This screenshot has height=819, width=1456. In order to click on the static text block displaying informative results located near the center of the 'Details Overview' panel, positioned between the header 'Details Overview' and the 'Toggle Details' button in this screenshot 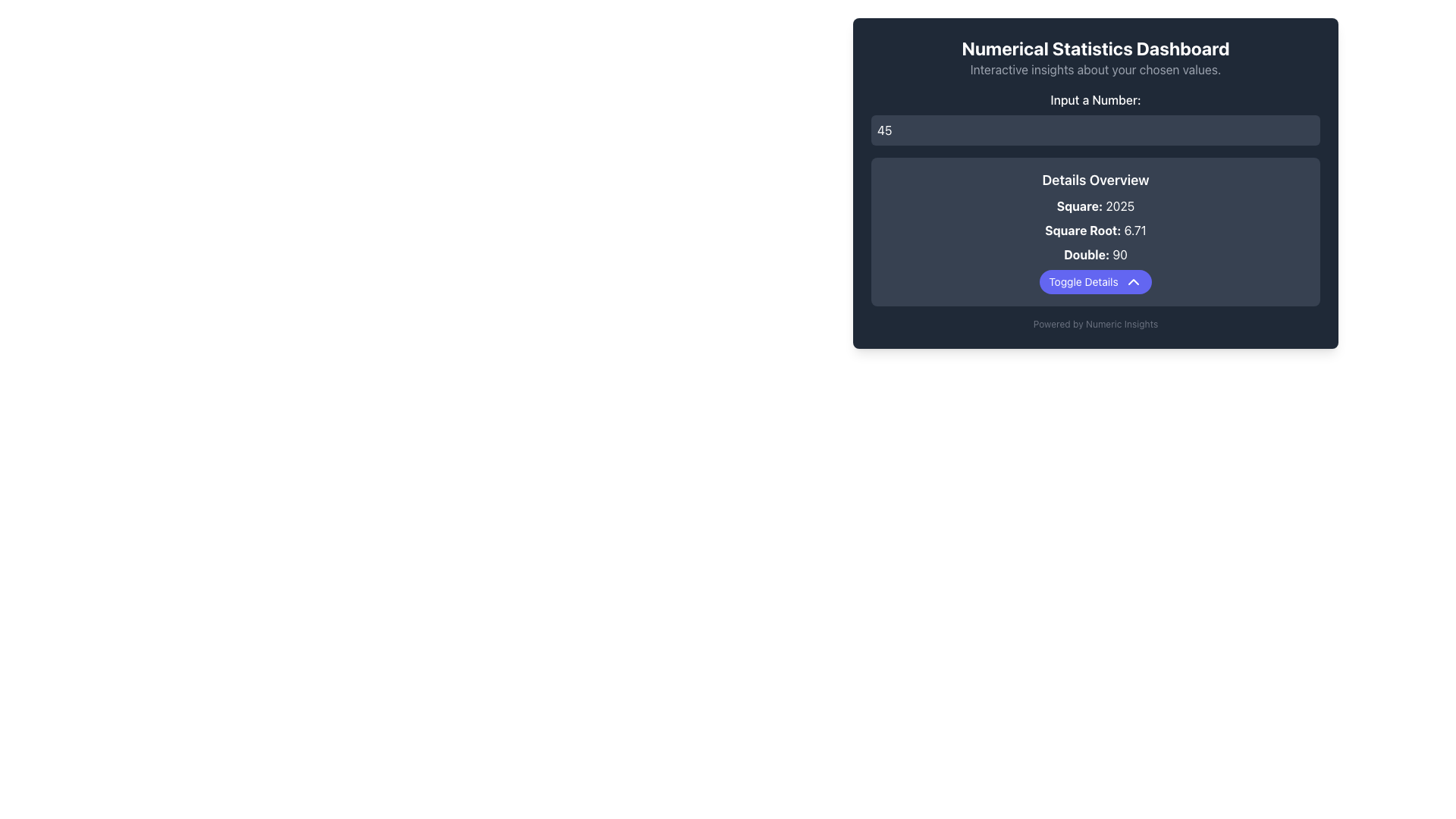, I will do `click(1095, 231)`.